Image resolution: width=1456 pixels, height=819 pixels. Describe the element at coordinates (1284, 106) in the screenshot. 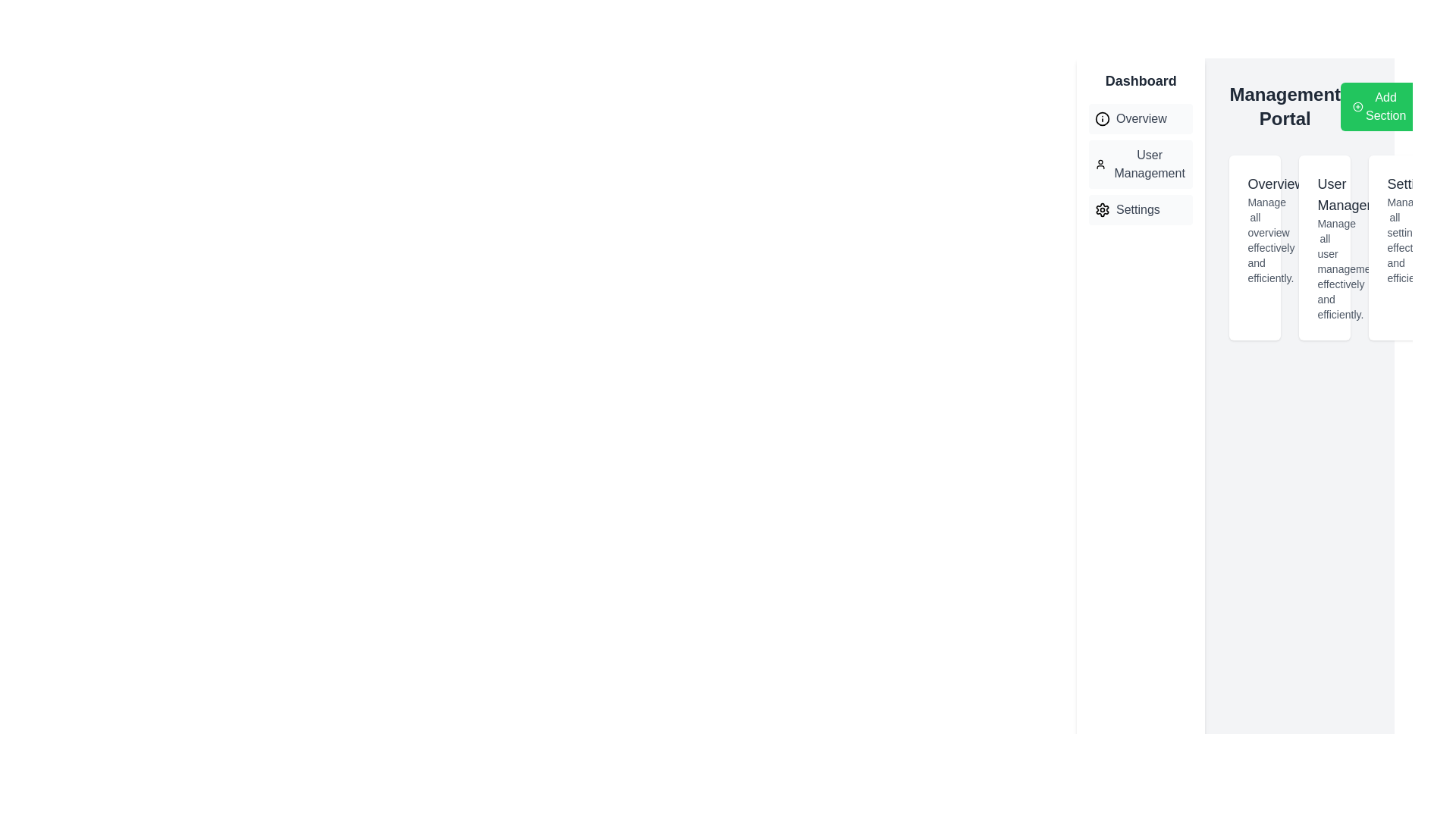

I see `the text label displaying 'Management Portal' located in the top header section of the page, which is aligned to the left of the 'Add Section' button` at that location.